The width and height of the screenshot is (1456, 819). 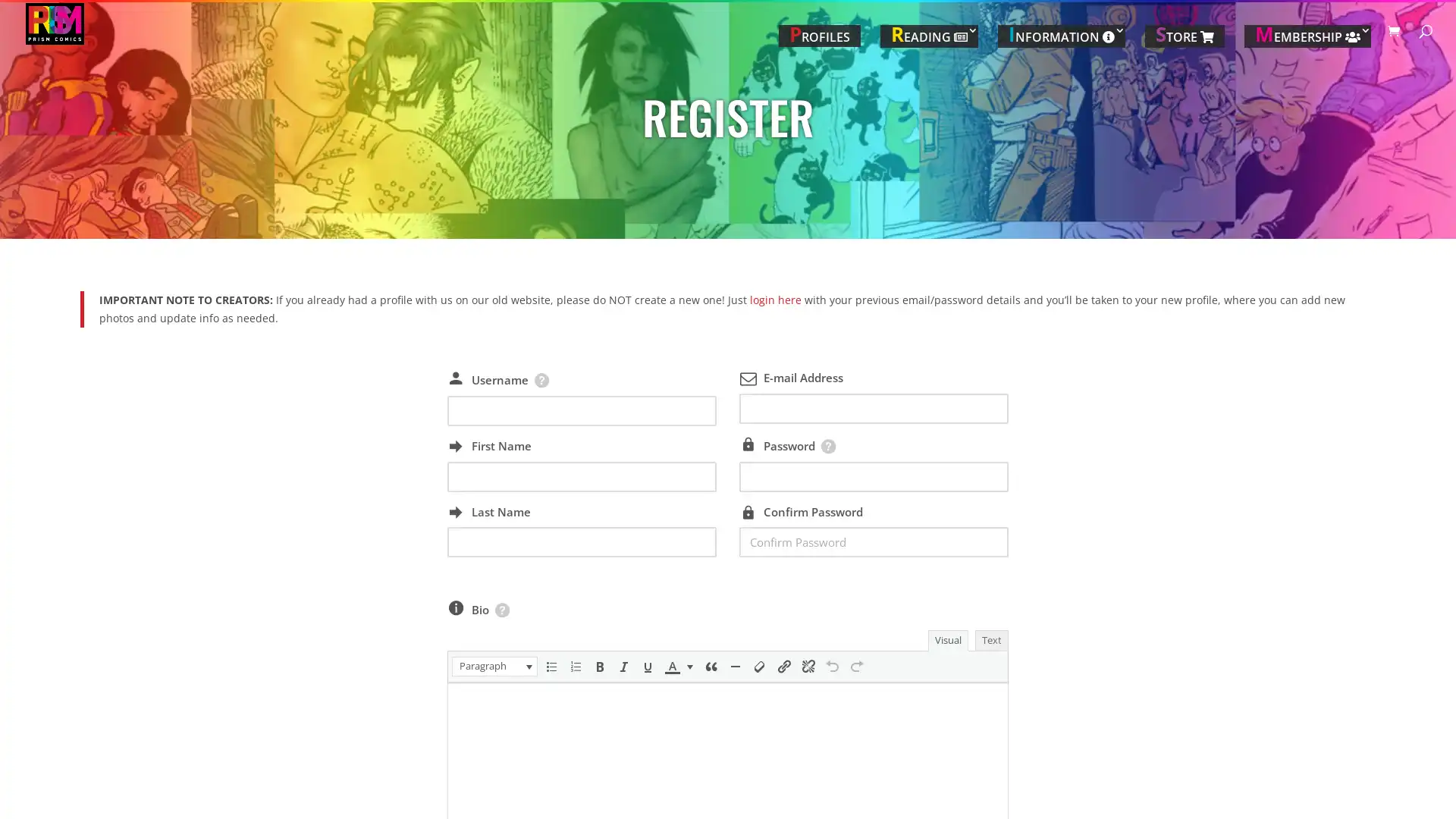 I want to click on Underline (U), so click(x=648, y=666).